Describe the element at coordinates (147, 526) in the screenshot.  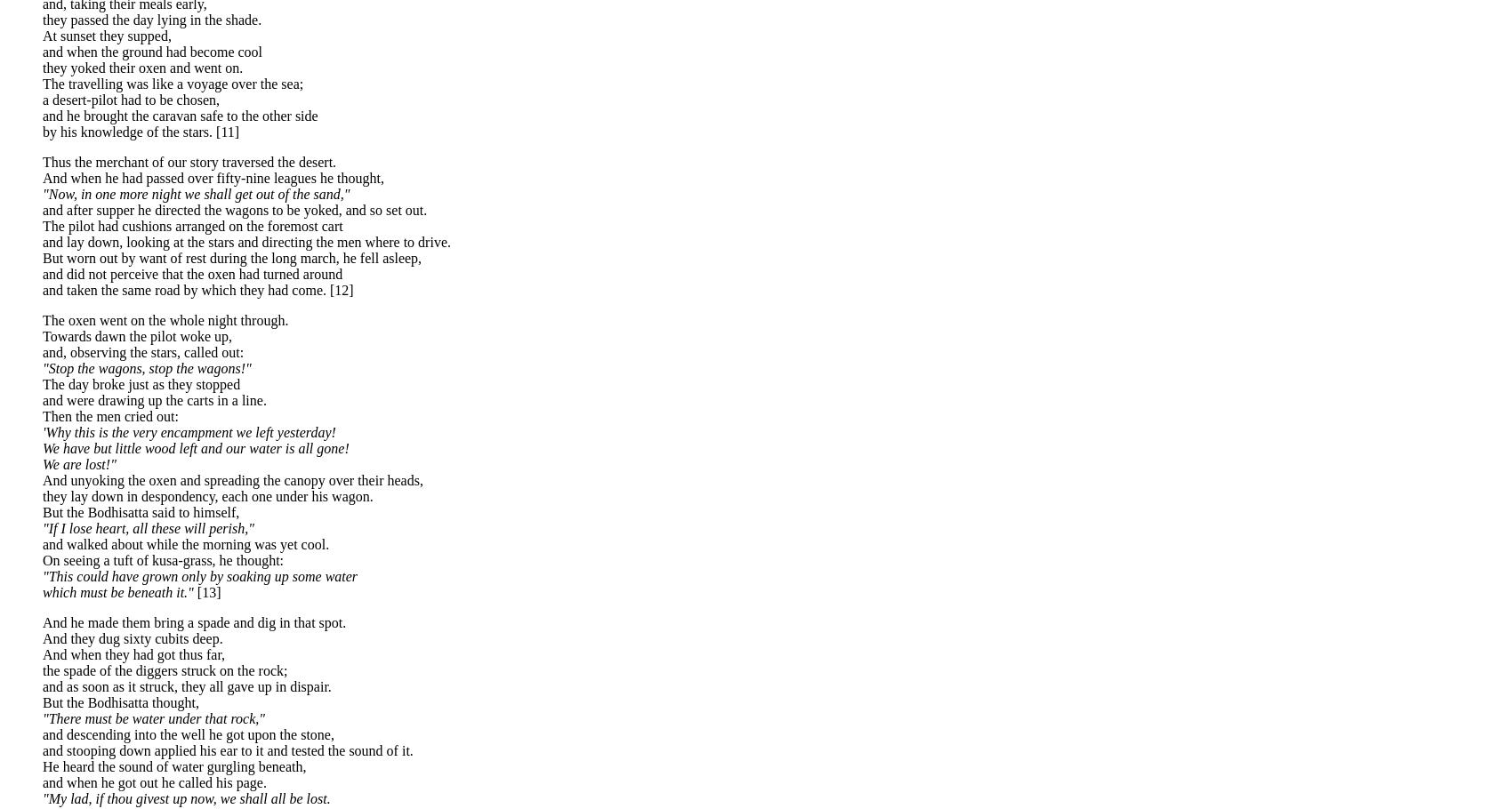
I see `'"If  I  lose heart,  all these will perish,"'` at that location.